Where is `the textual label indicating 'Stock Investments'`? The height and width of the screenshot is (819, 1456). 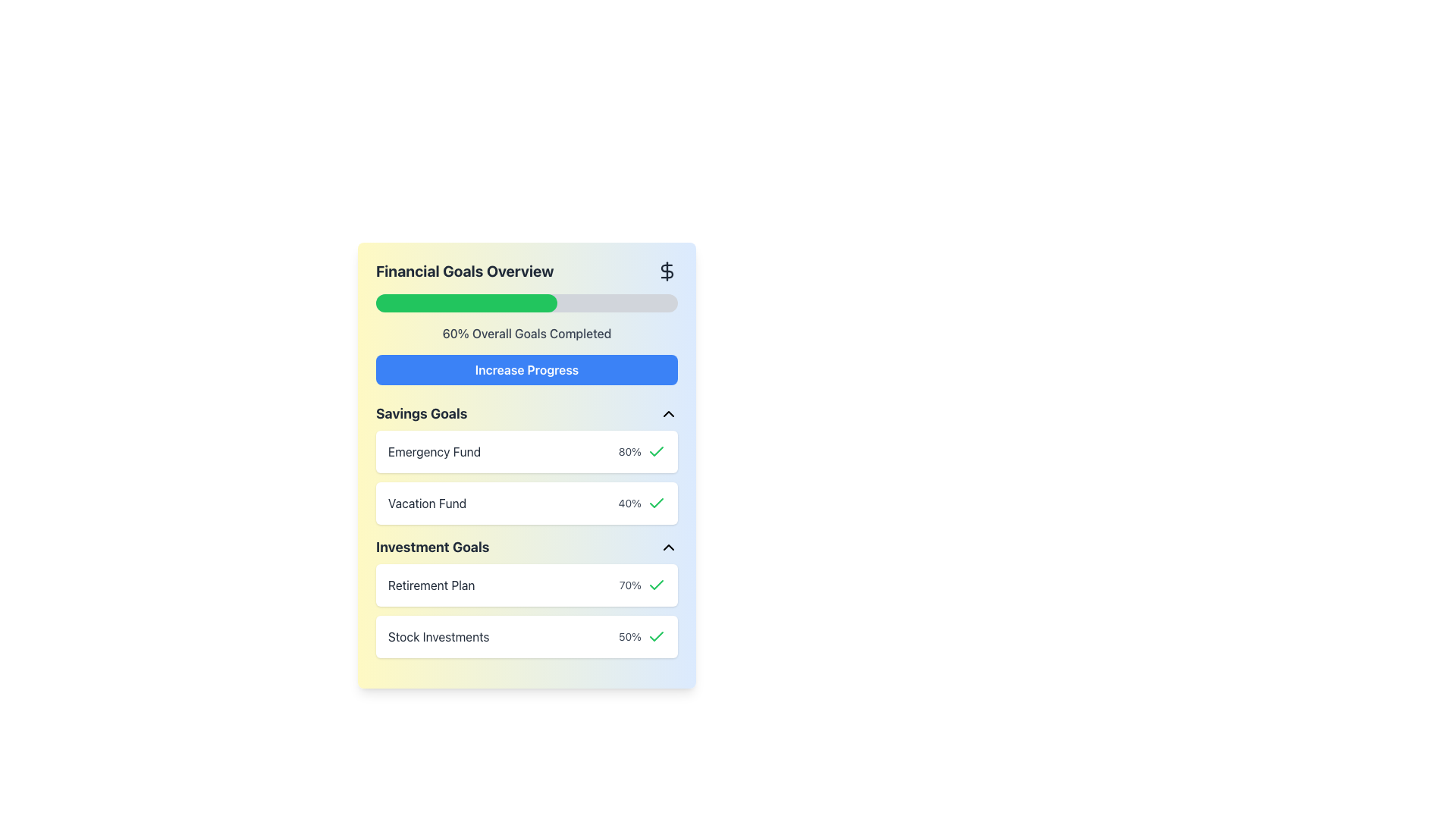 the textual label indicating 'Stock Investments' is located at coordinates (438, 637).